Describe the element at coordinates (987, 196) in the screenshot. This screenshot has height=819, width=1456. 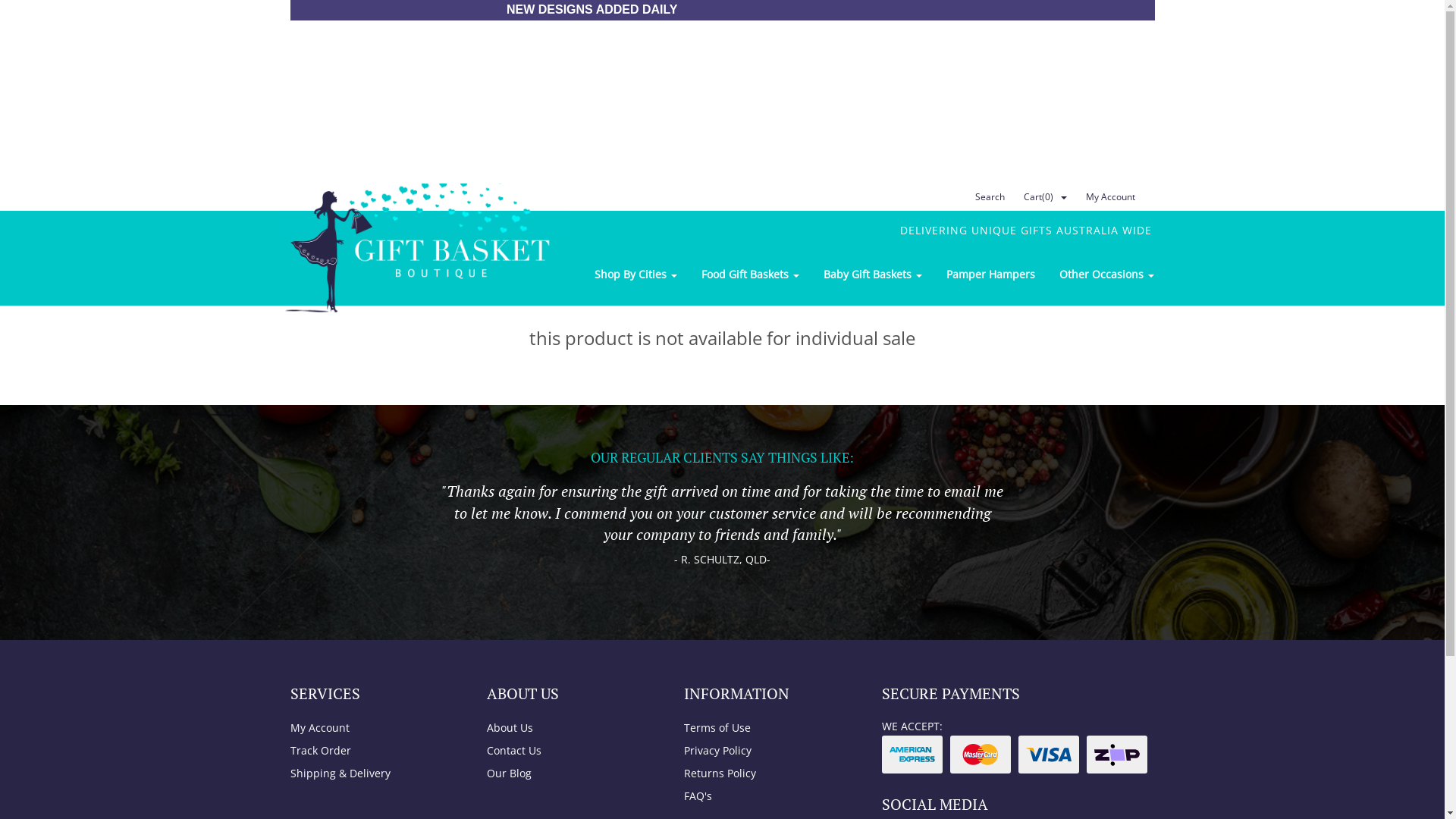
I see `'Search'` at that location.